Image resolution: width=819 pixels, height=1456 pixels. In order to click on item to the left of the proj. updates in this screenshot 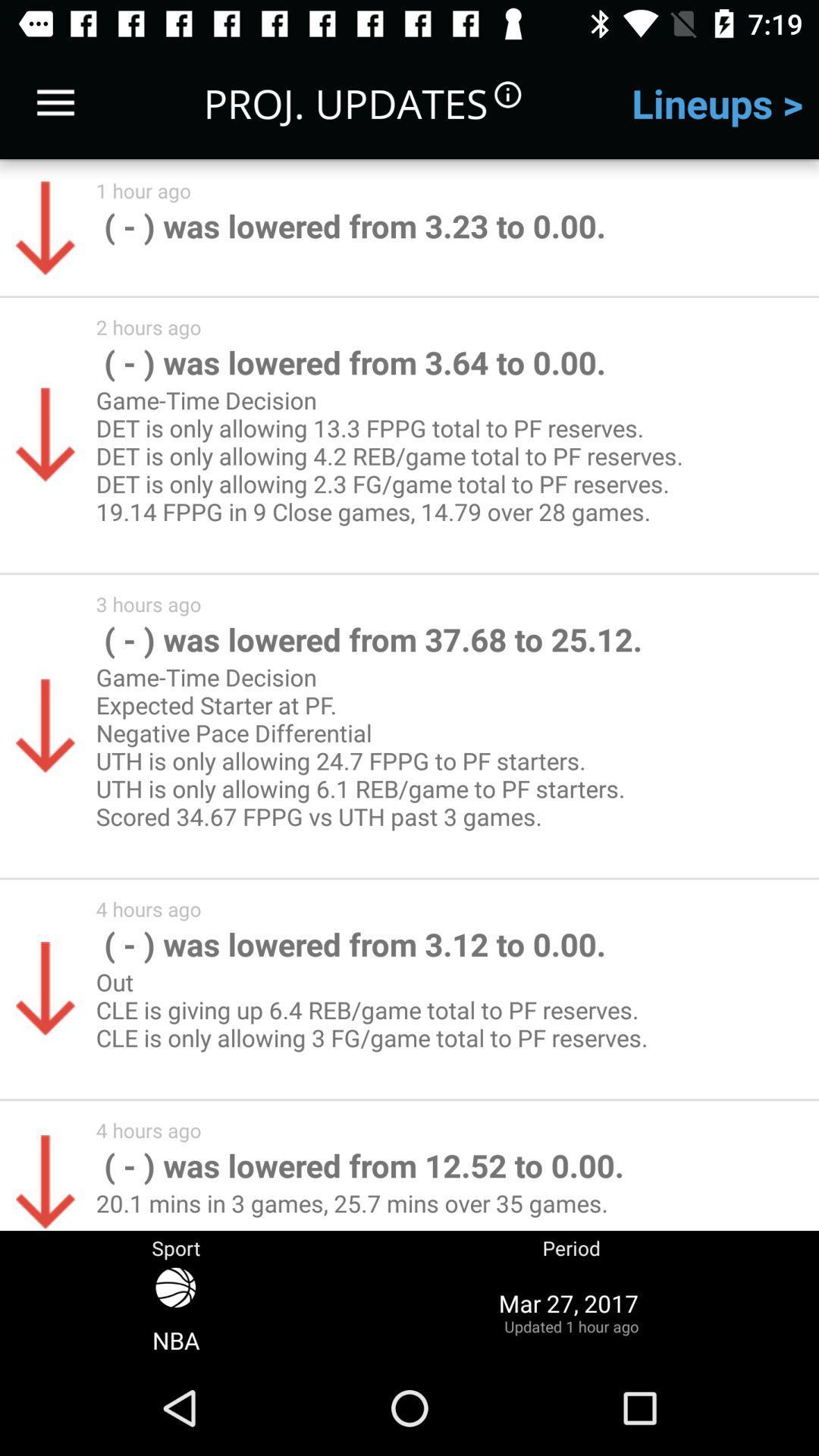, I will do `click(55, 102)`.